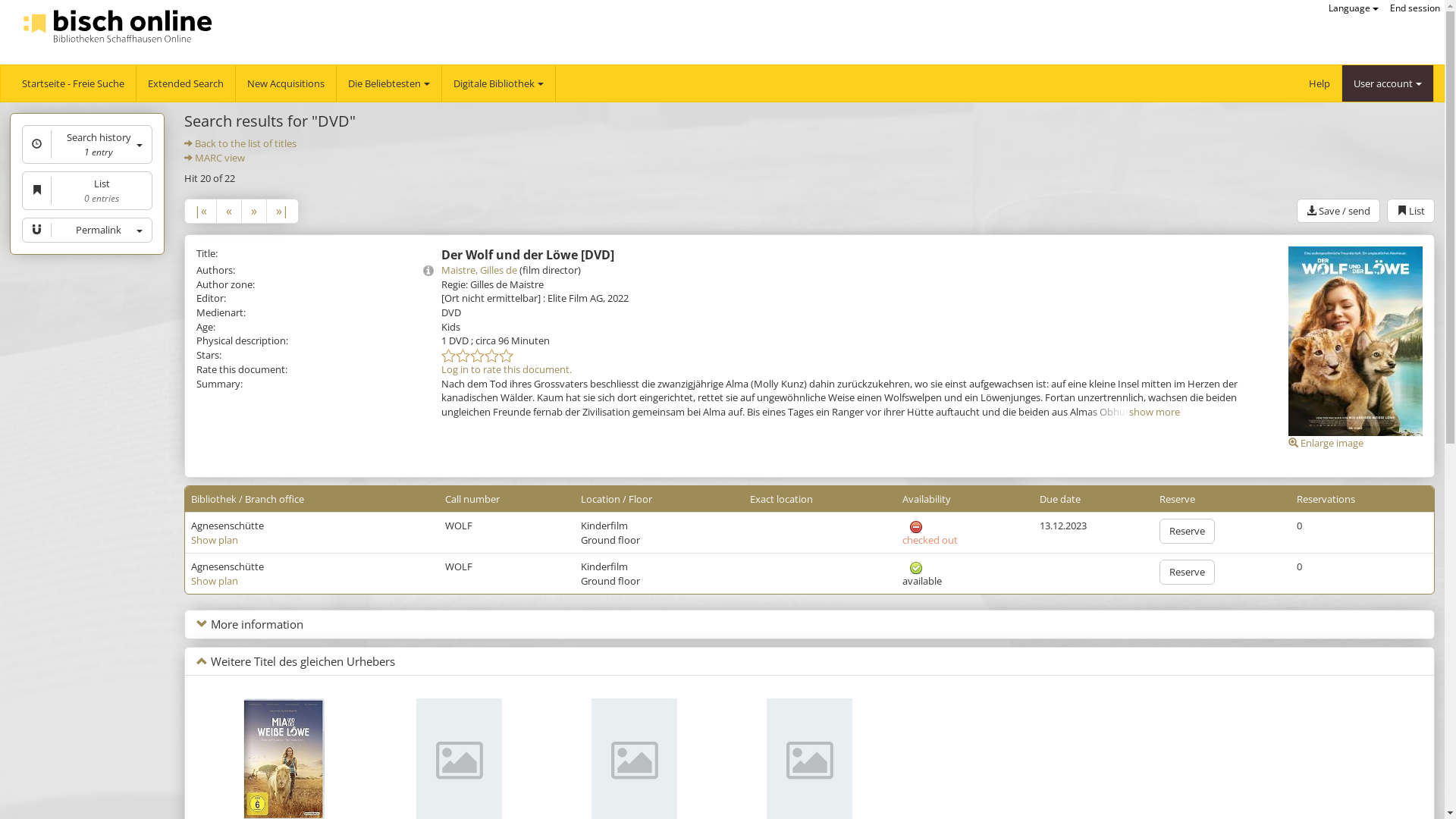 The width and height of the screenshot is (1456, 819). Describe the element at coordinates (1387, 83) in the screenshot. I see `'User account'` at that location.